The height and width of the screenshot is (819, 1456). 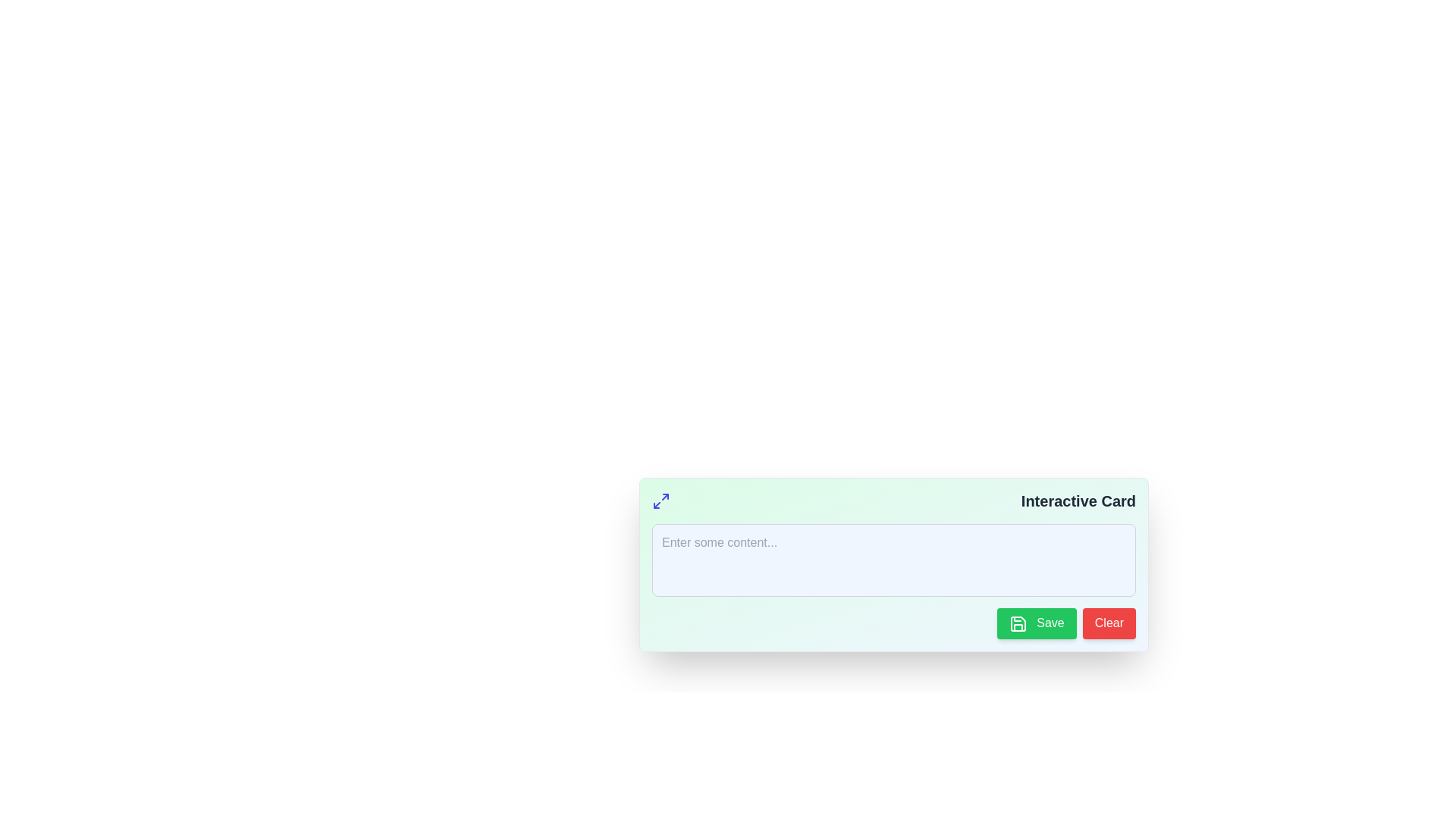 I want to click on the save button located in the bottom-right section of the interactive card layout, so click(x=1036, y=623).